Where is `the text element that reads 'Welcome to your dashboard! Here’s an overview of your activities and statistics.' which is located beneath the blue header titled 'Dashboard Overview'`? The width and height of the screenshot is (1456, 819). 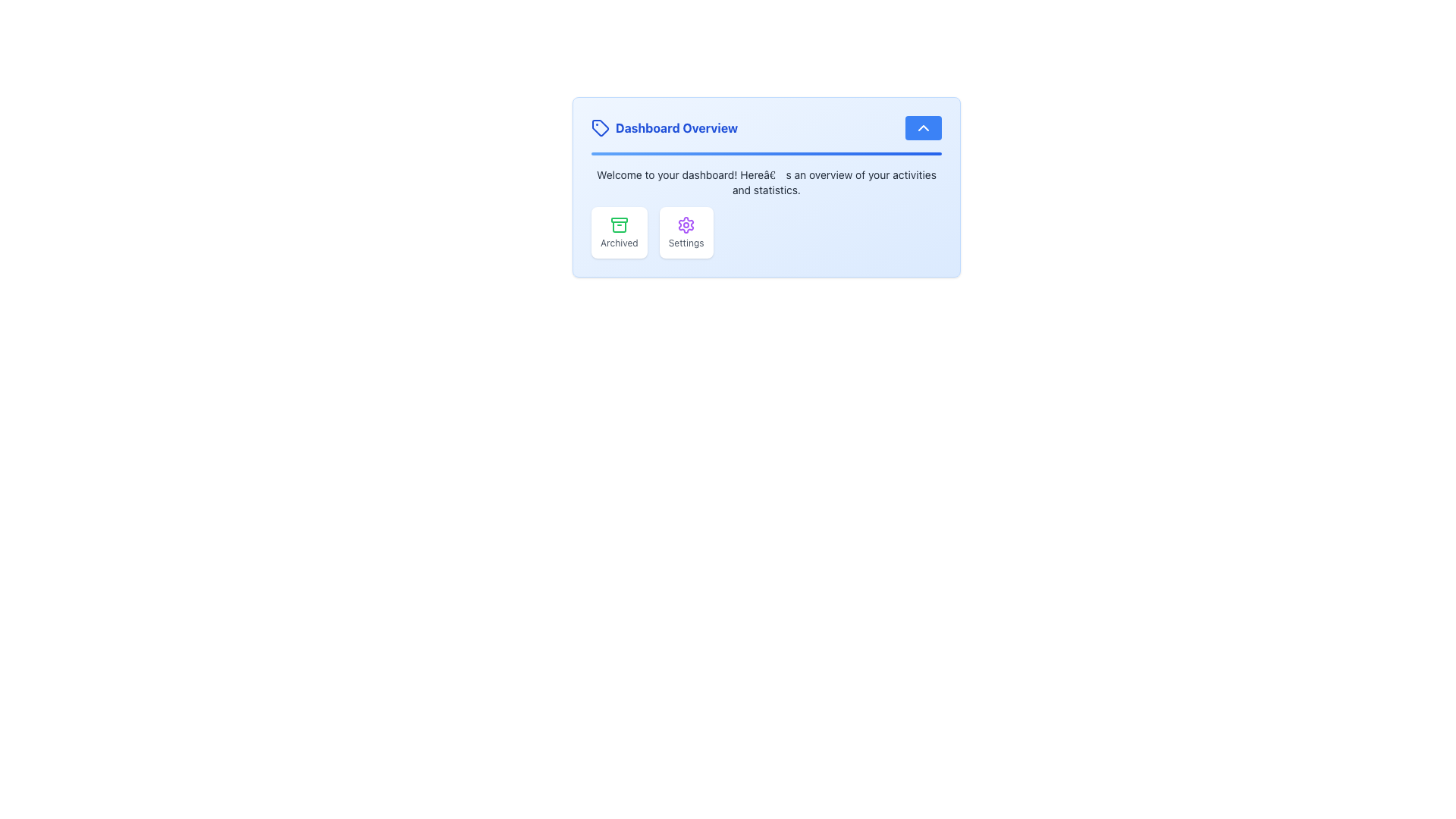
the text element that reads 'Welcome to your dashboard! Here’s an overview of your activities and statistics.' which is located beneath the blue header titled 'Dashboard Overview' is located at coordinates (767, 181).